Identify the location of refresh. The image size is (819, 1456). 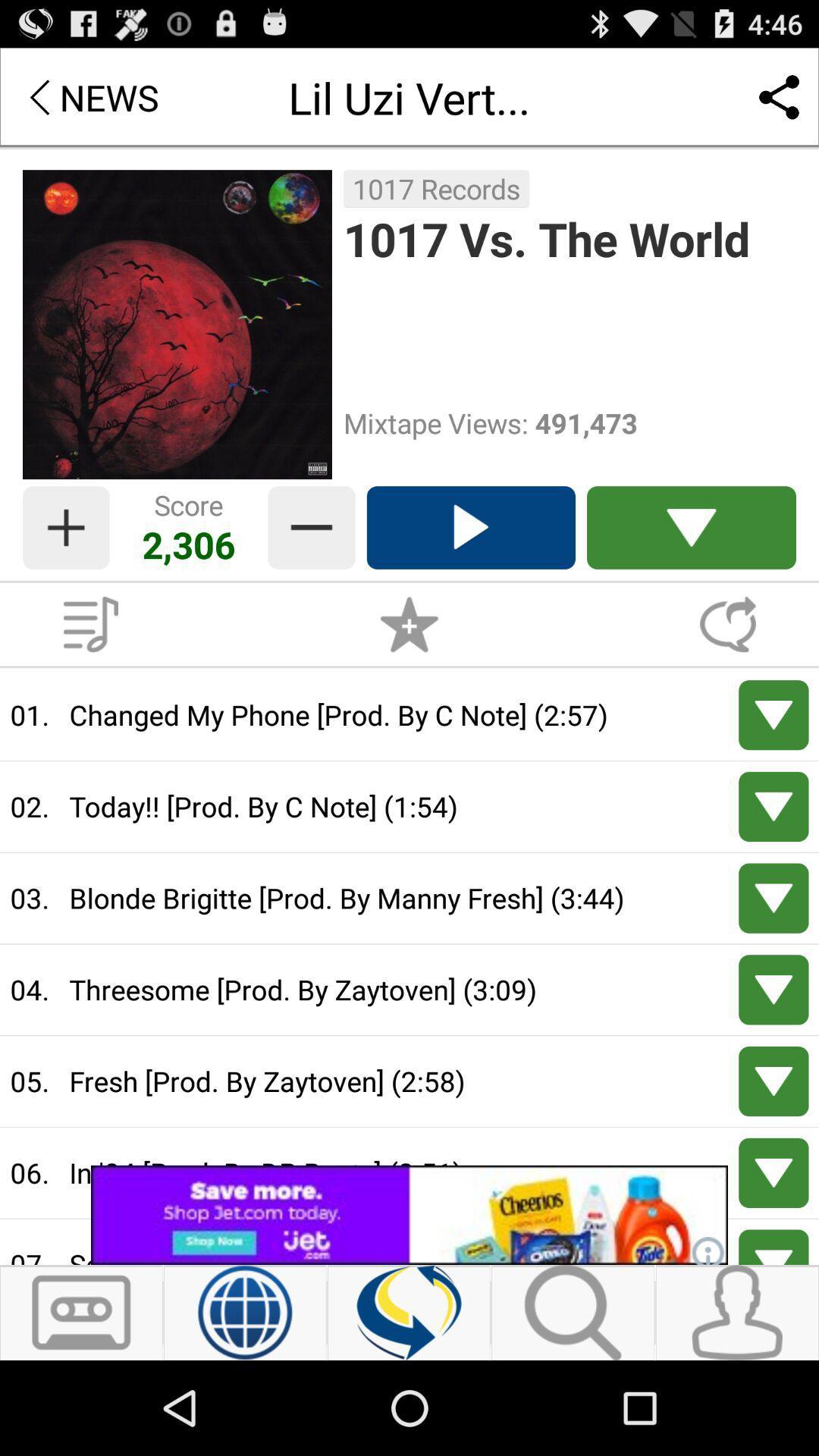
(408, 1312).